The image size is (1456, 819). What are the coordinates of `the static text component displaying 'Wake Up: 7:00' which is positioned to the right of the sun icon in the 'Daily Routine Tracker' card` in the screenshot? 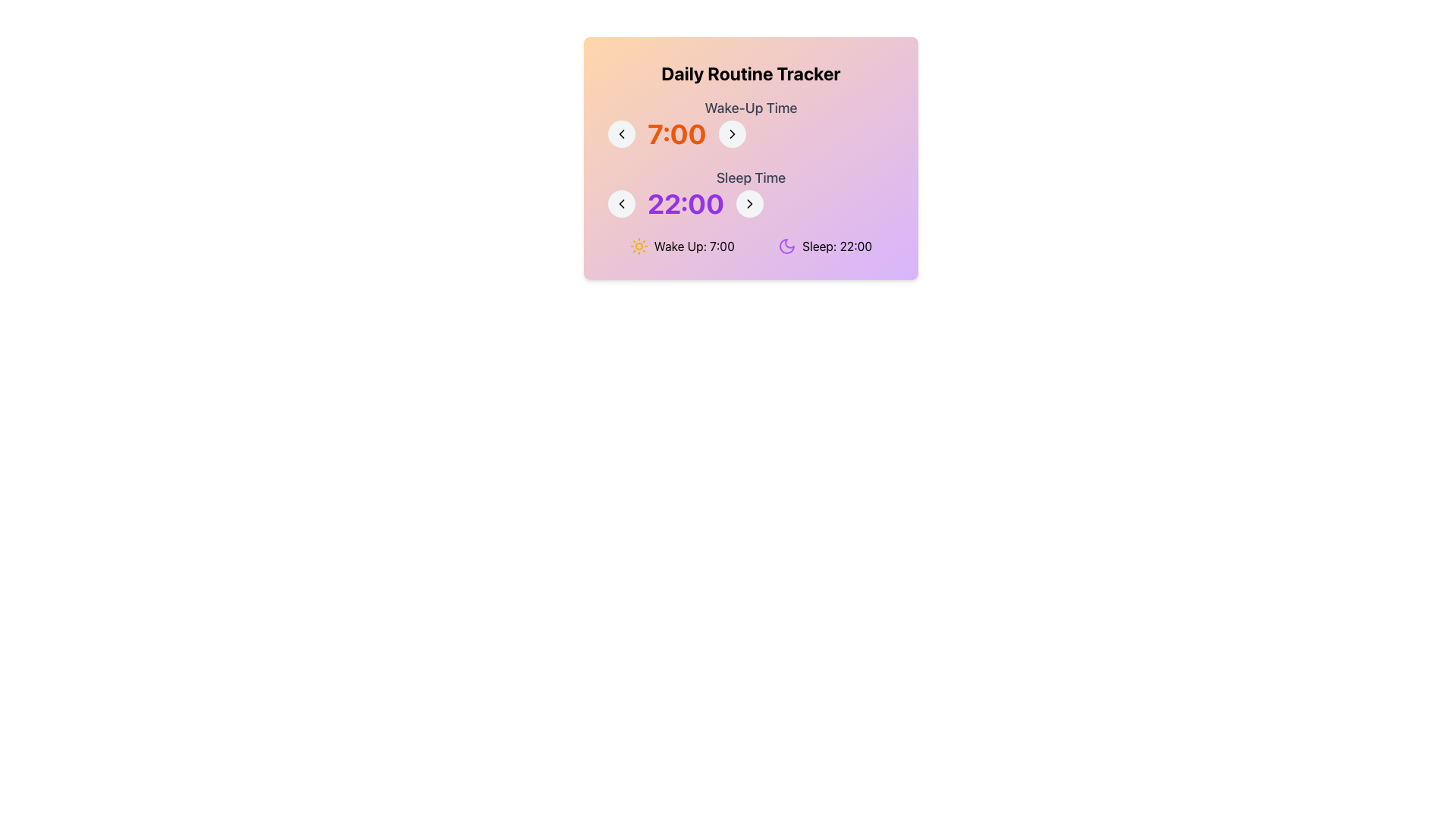 It's located at (693, 245).